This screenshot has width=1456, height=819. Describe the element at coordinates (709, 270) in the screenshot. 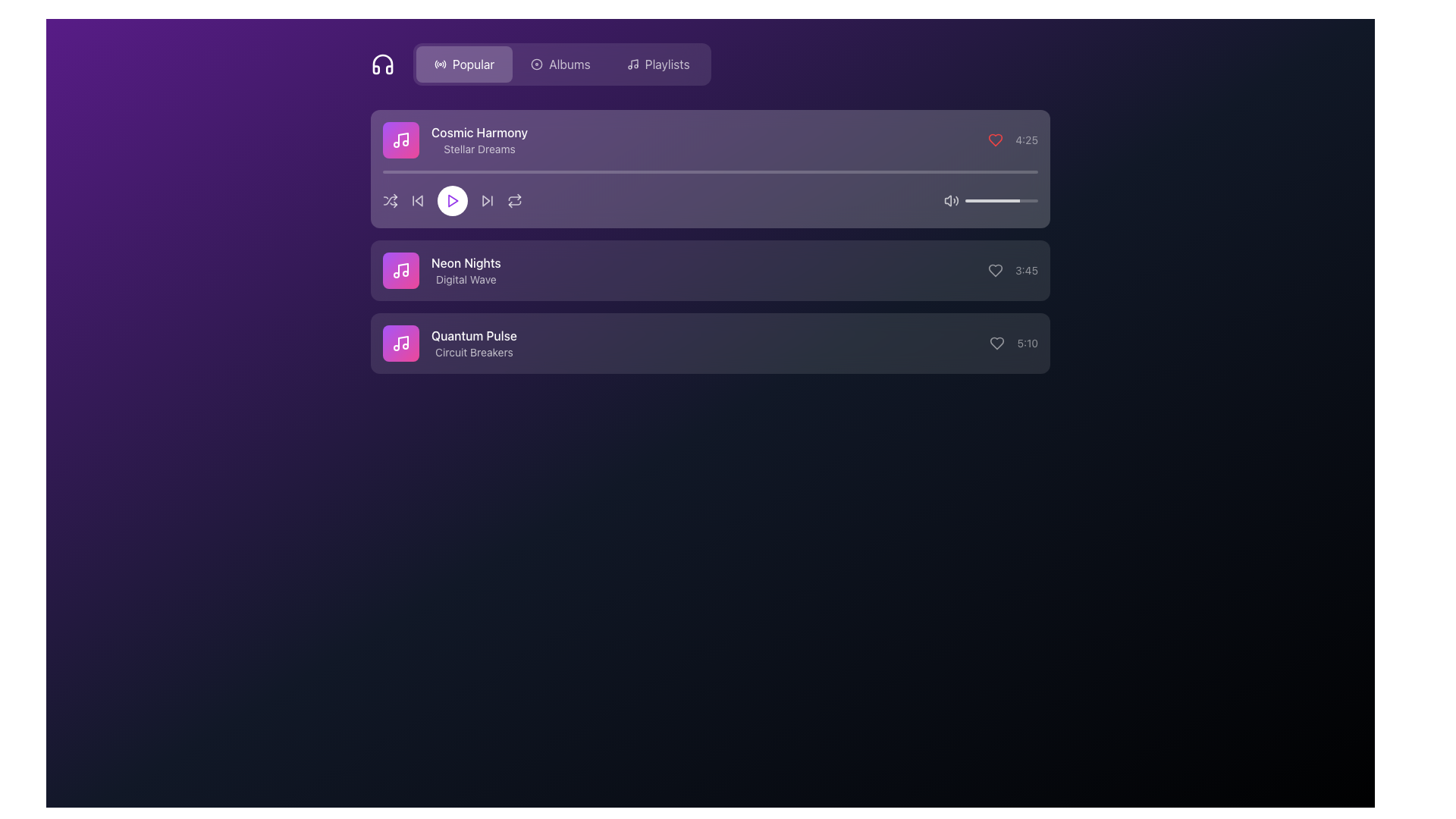

I see `to select or activate the second card in the playlist, which is located below 'Cosmic Harmony' and above 'Quantum Pulse'` at that location.